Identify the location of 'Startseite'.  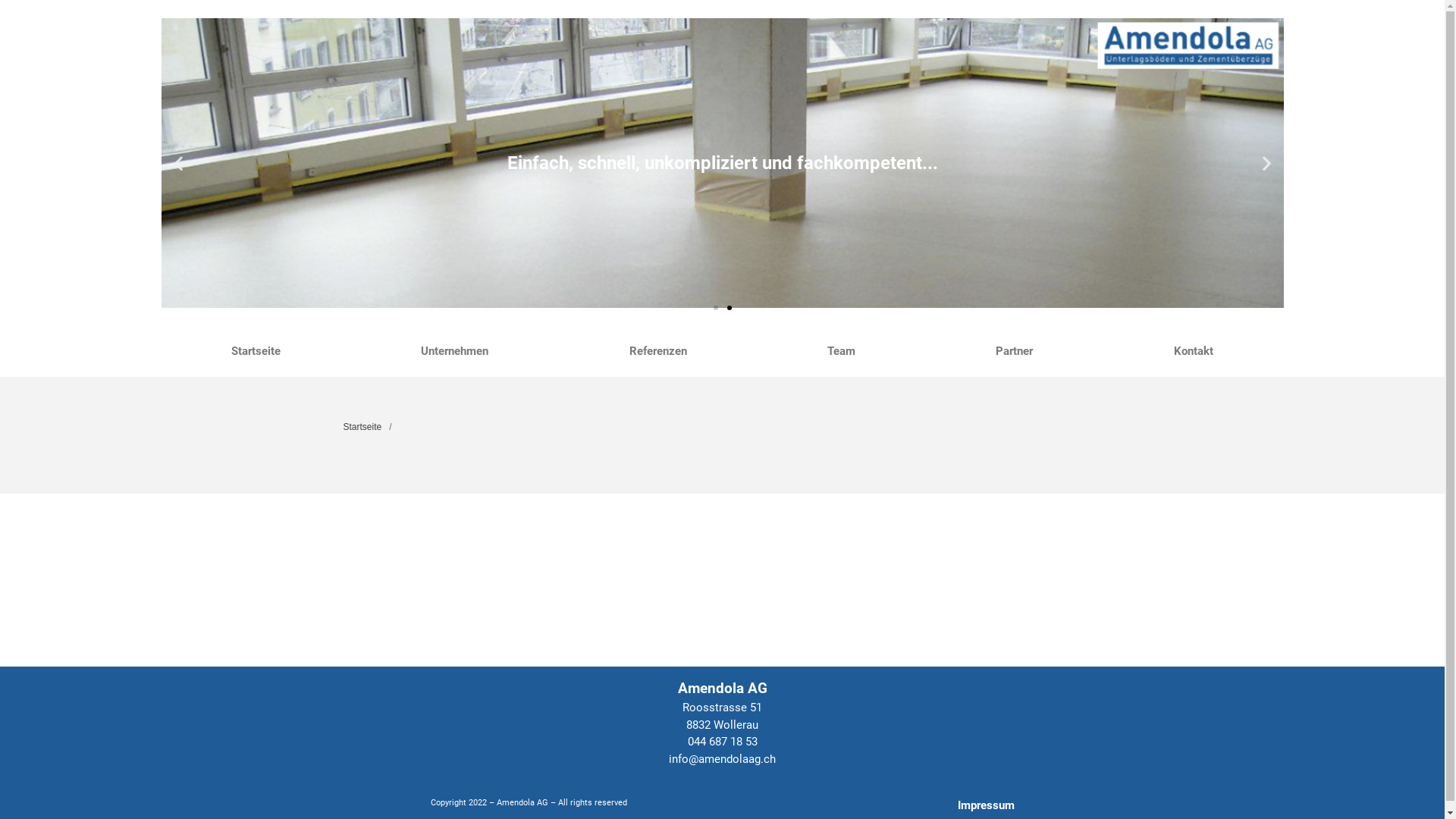
(361, 427).